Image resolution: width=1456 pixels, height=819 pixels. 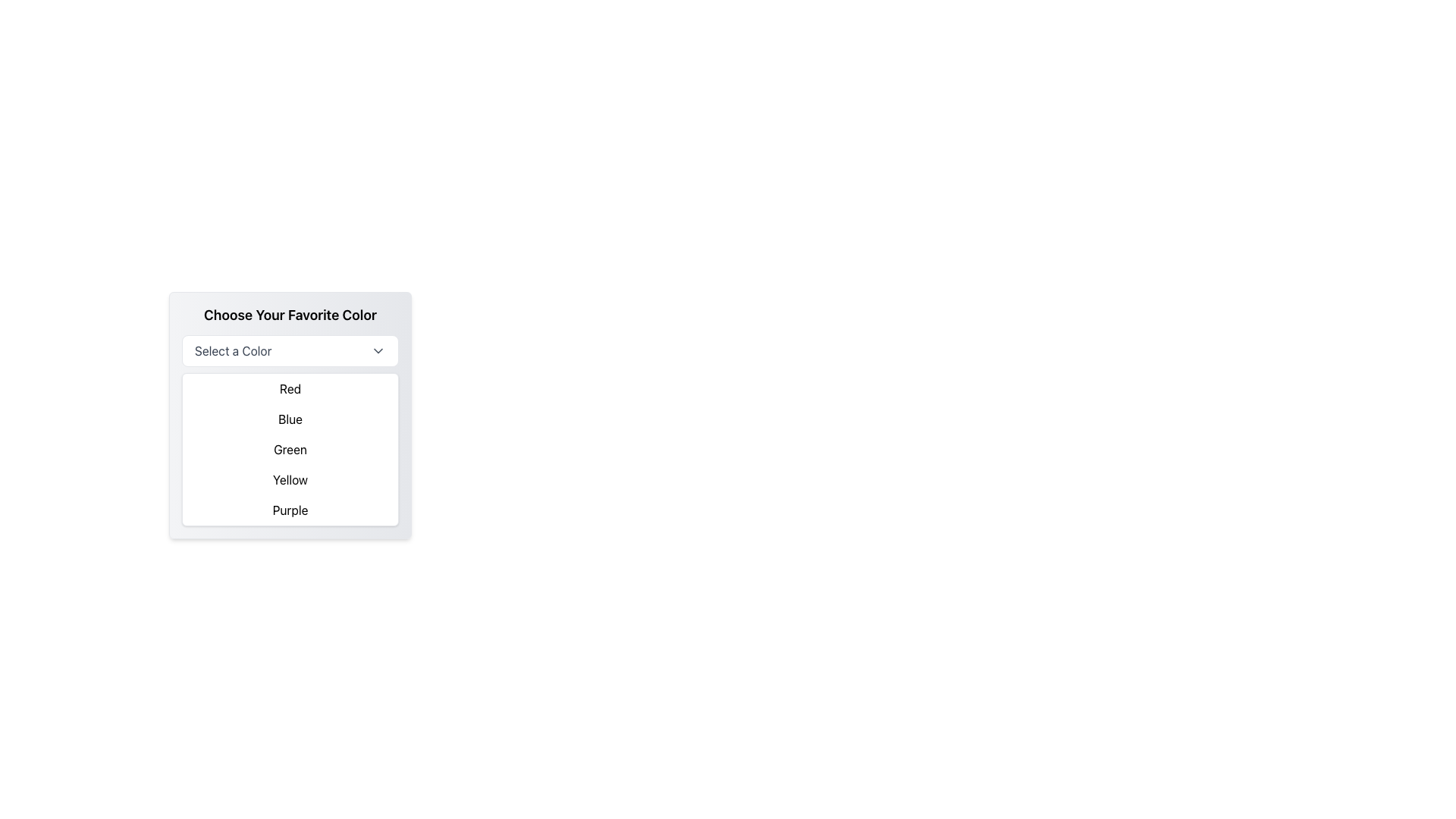 I want to click on the Dropdown Menu containing options 'Red', 'Blue', 'Green', 'Yellow', and 'Purple', so click(x=290, y=449).